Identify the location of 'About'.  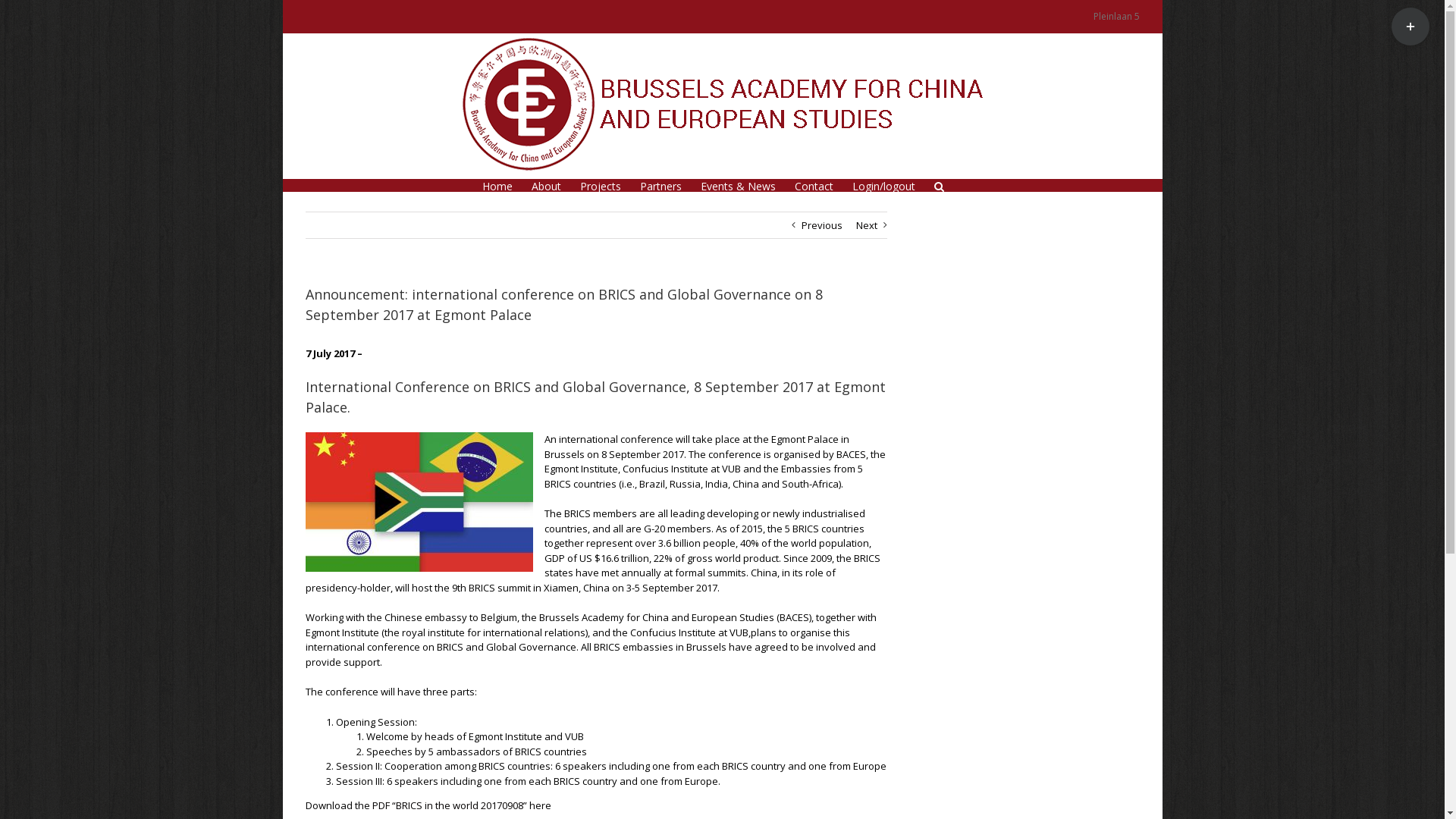
(545, 184).